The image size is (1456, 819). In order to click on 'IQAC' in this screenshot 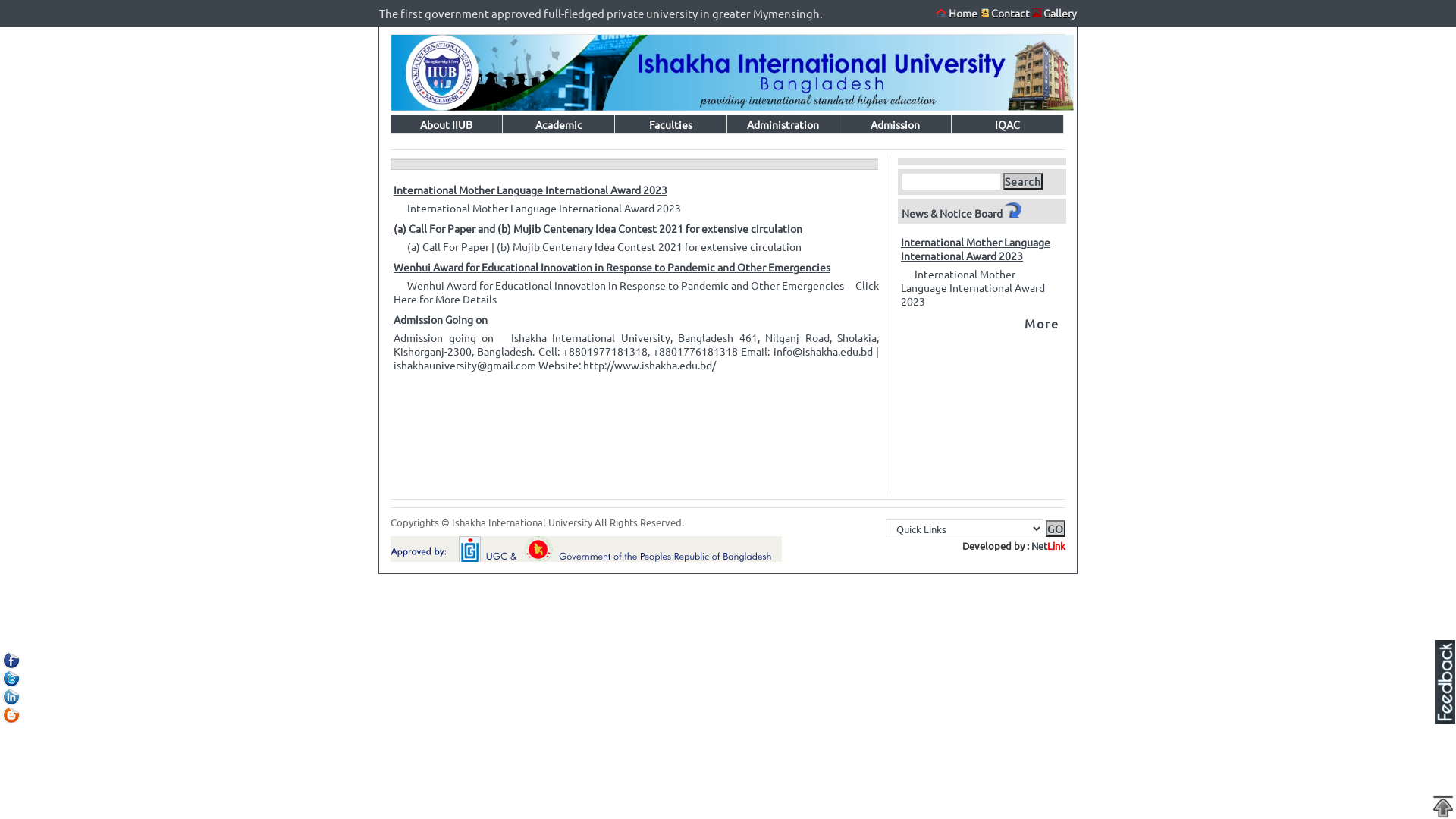, I will do `click(1008, 124)`.